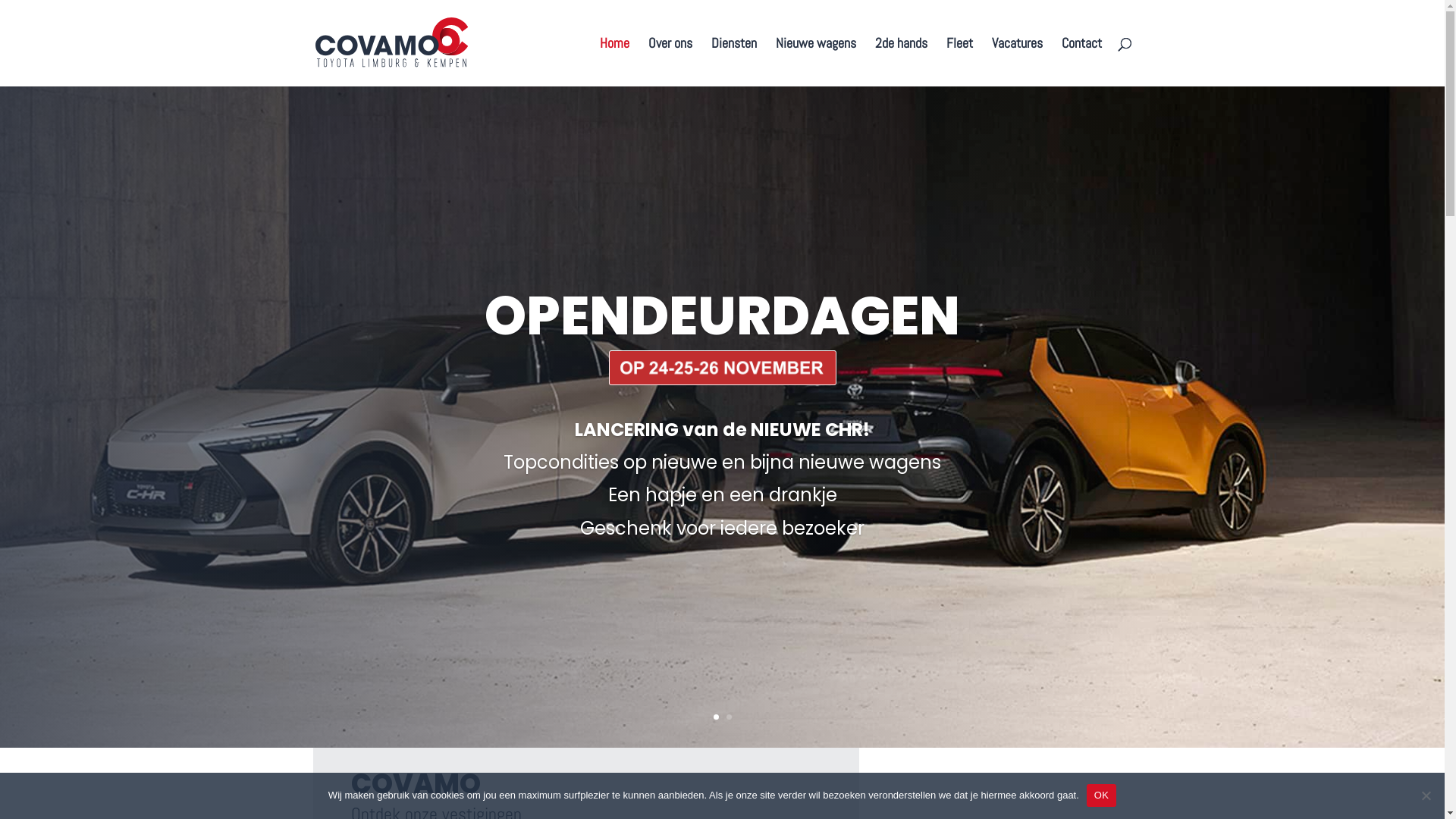 Image resolution: width=1456 pixels, height=819 pixels. Describe the element at coordinates (648, 61) in the screenshot. I see `'Over ons'` at that location.